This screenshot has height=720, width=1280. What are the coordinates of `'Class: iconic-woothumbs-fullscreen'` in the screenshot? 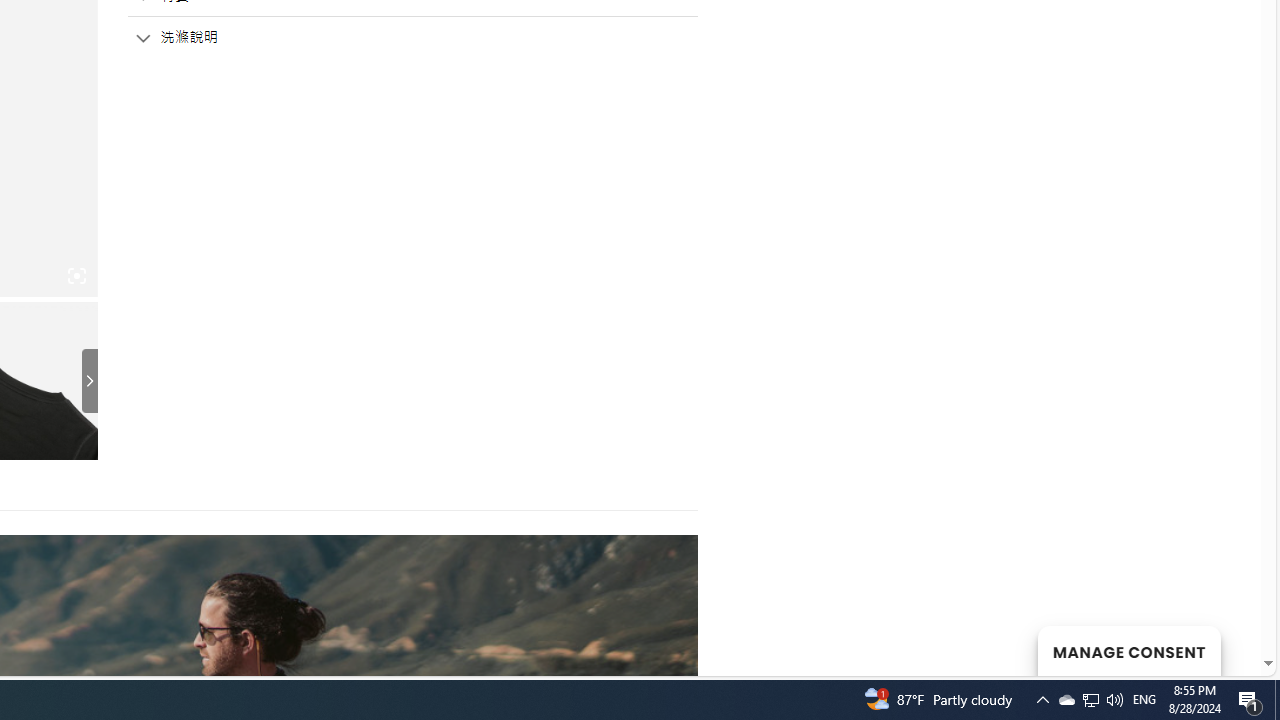 It's located at (76, 276).